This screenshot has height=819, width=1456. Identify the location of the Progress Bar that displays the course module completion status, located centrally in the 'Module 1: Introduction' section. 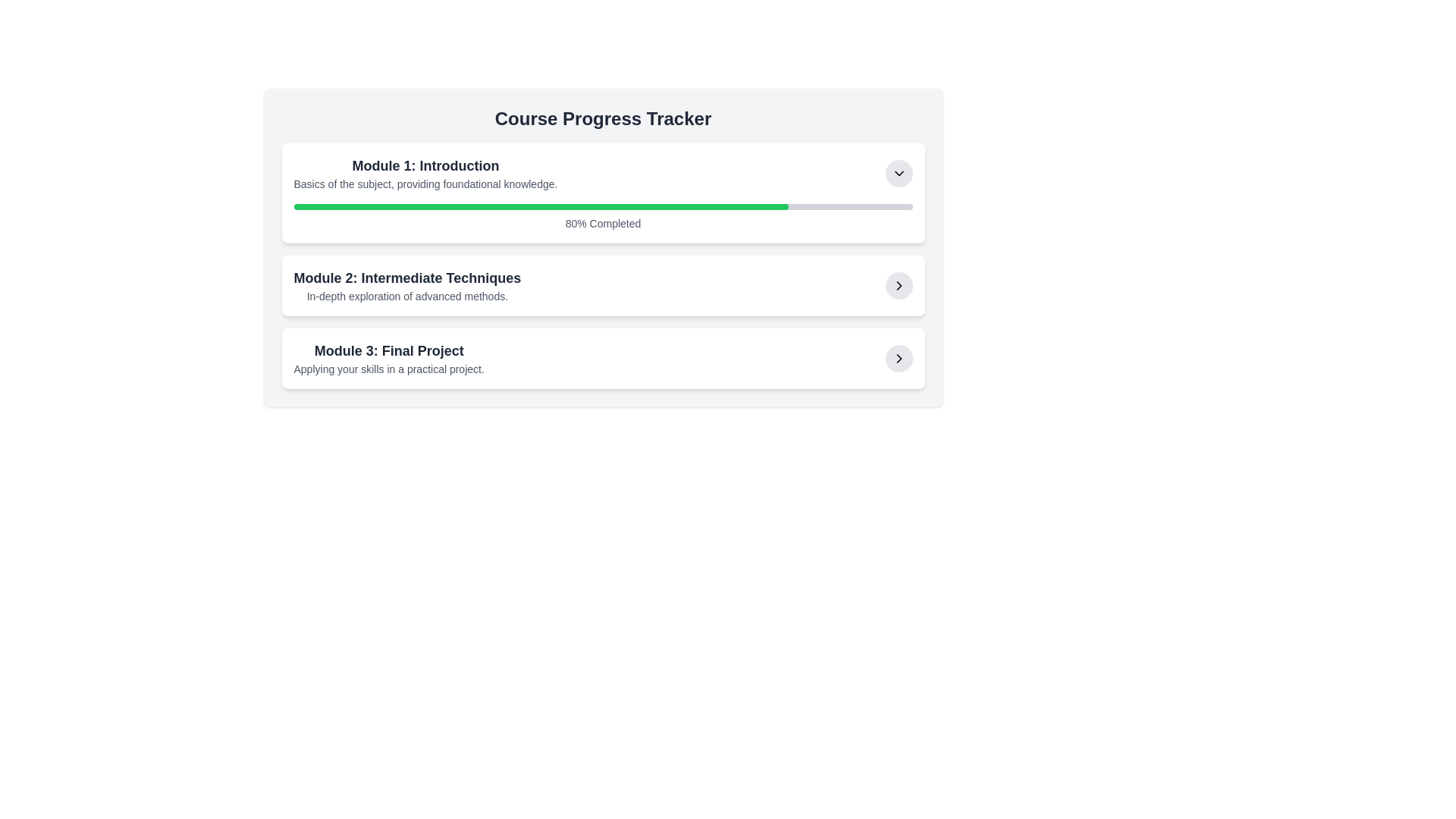
(602, 217).